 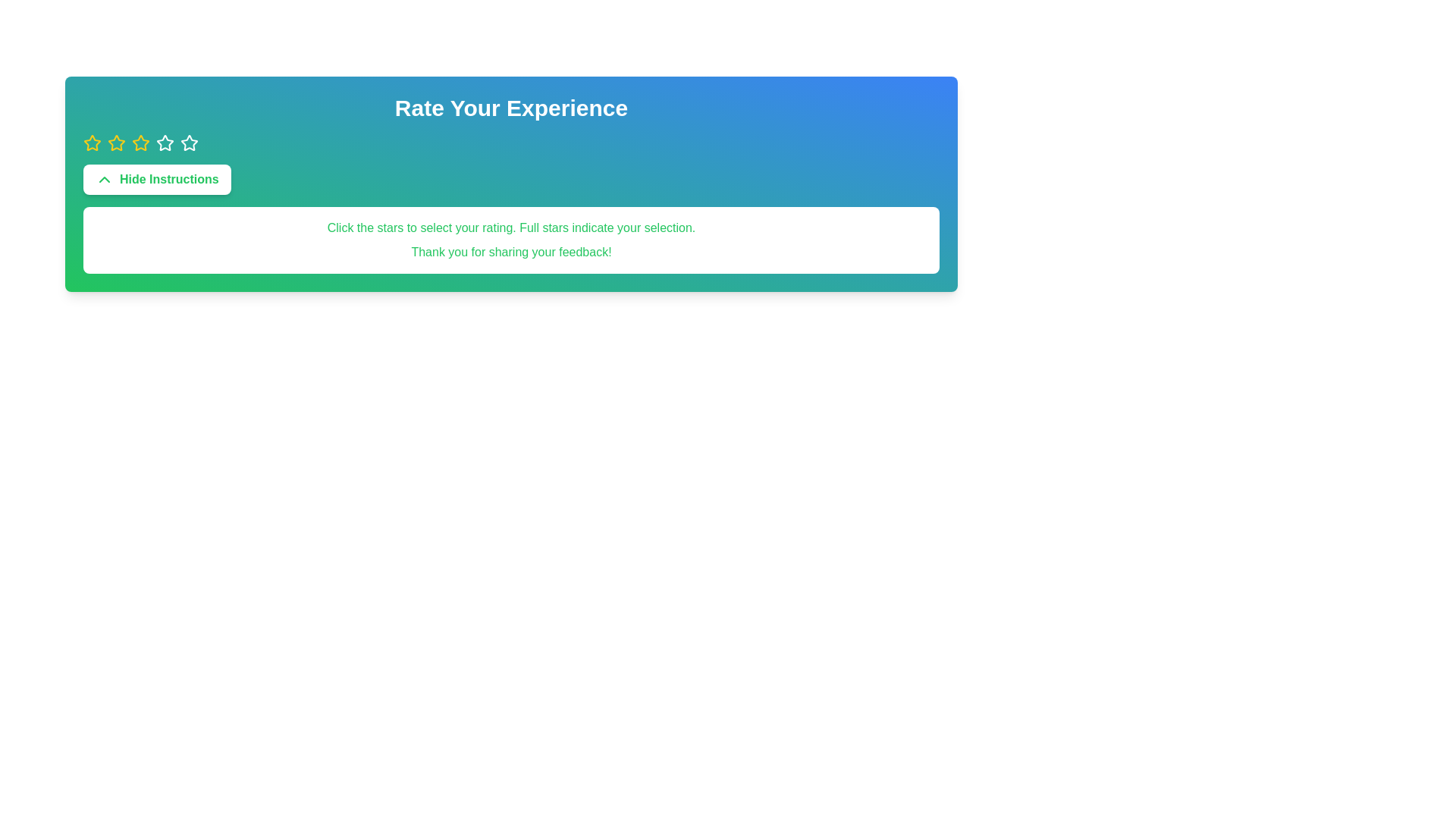 What do you see at coordinates (141, 143) in the screenshot?
I see `the second star icon in the rating system for visual feedback` at bounding box center [141, 143].